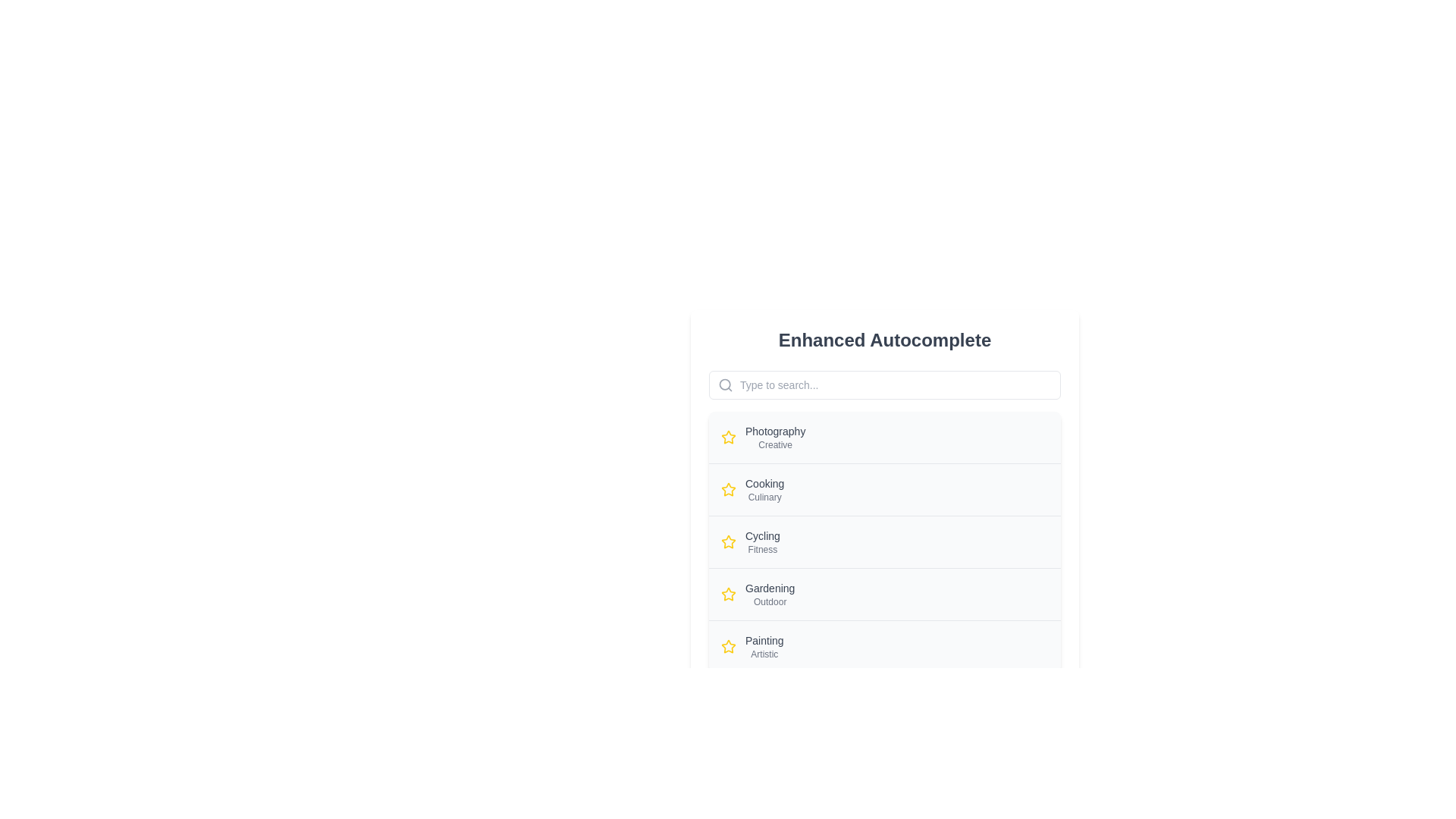 Image resolution: width=1456 pixels, height=819 pixels. Describe the element at coordinates (770, 593) in the screenshot. I see `the 'Gardening' category label in the list, which consists of two lines of text, with 'Gardening' in a larger font above 'Outdoor'` at that location.